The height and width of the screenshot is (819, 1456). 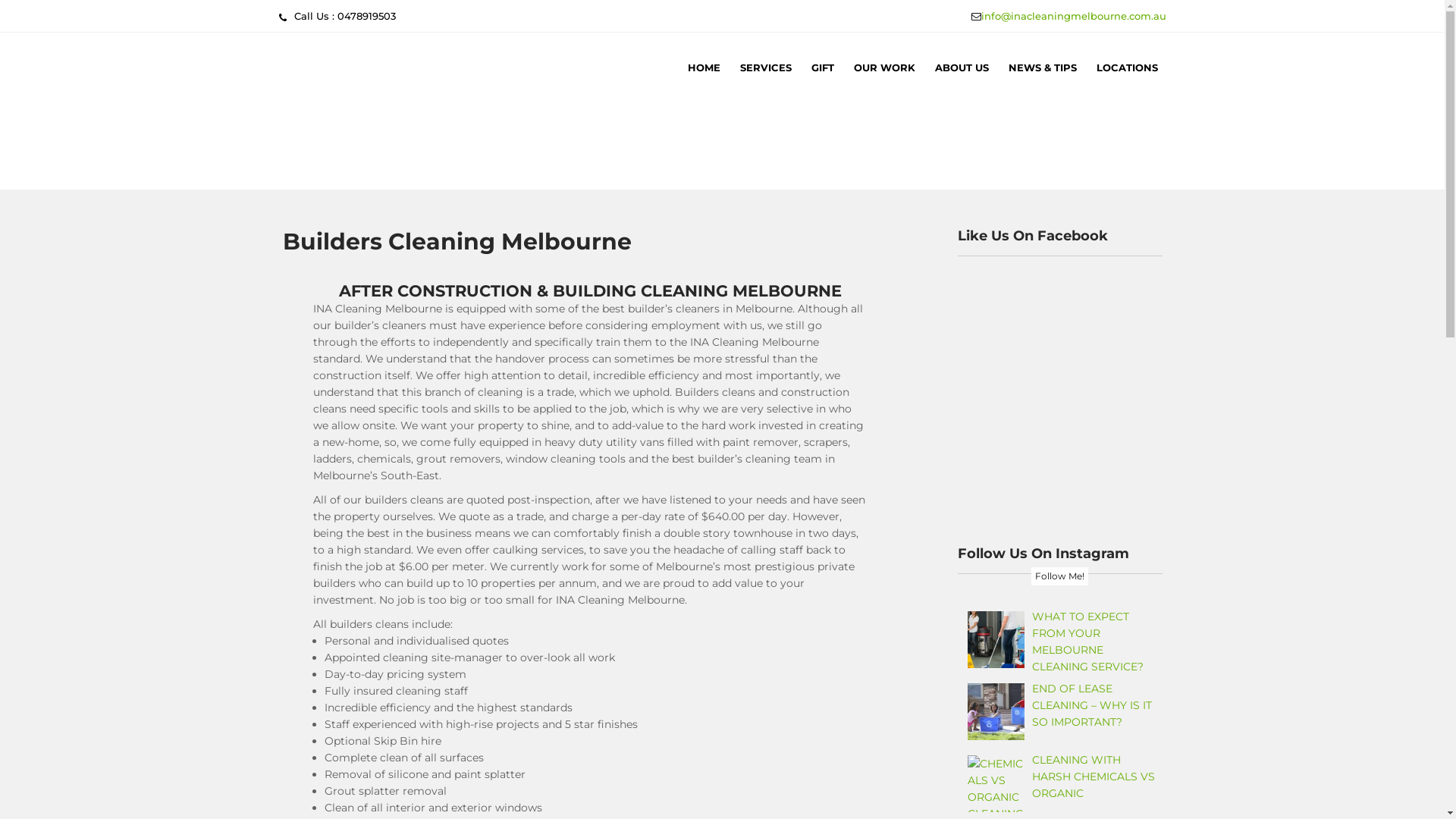 I want to click on 'SERVICES', so click(x=764, y=66).